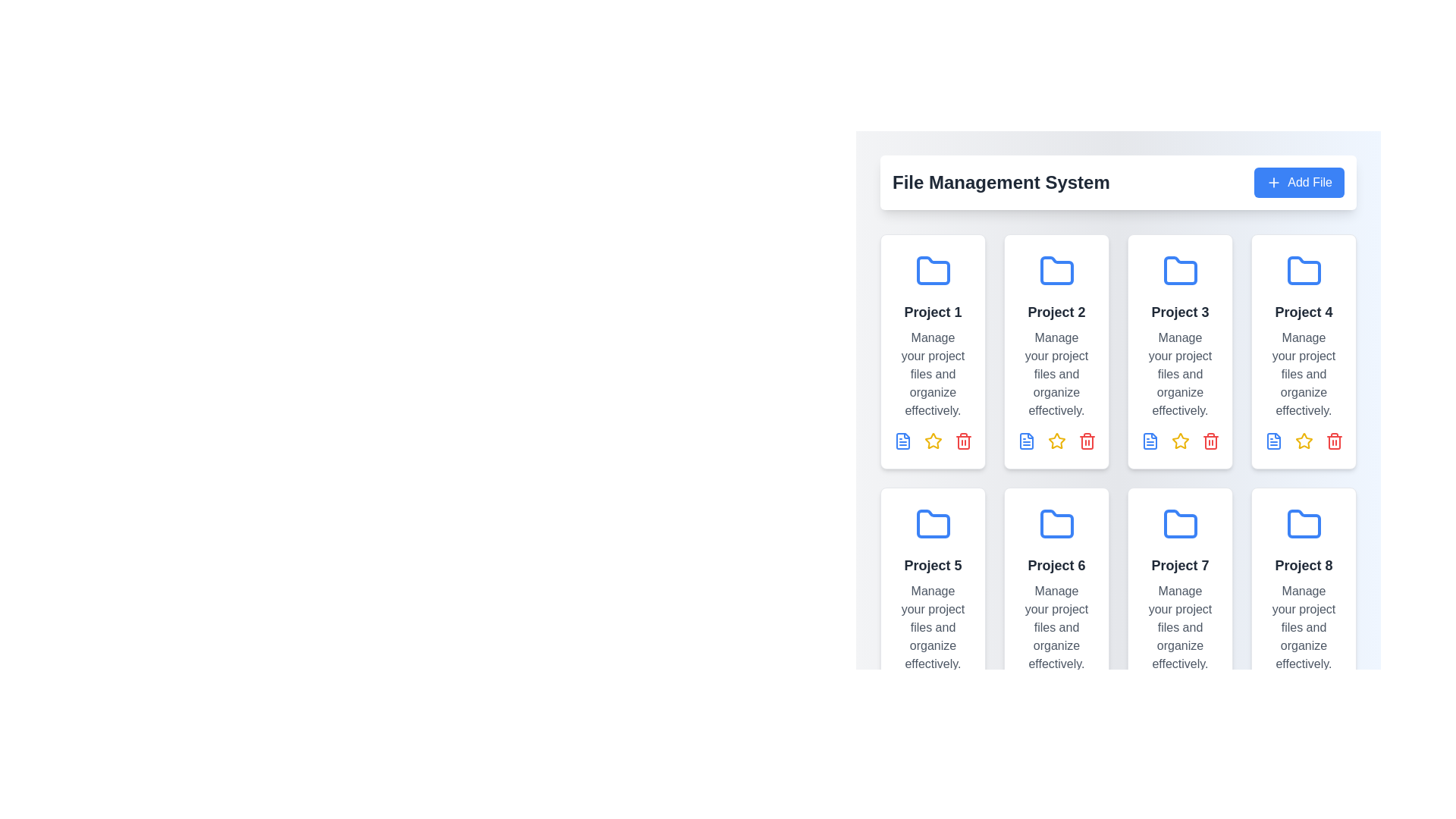  Describe the element at coordinates (1303, 628) in the screenshot. I see `the Text Label element that contains the description 'Manage your project files and organize effectively.' located below the title 'Project 8' in the card layout` at that location.